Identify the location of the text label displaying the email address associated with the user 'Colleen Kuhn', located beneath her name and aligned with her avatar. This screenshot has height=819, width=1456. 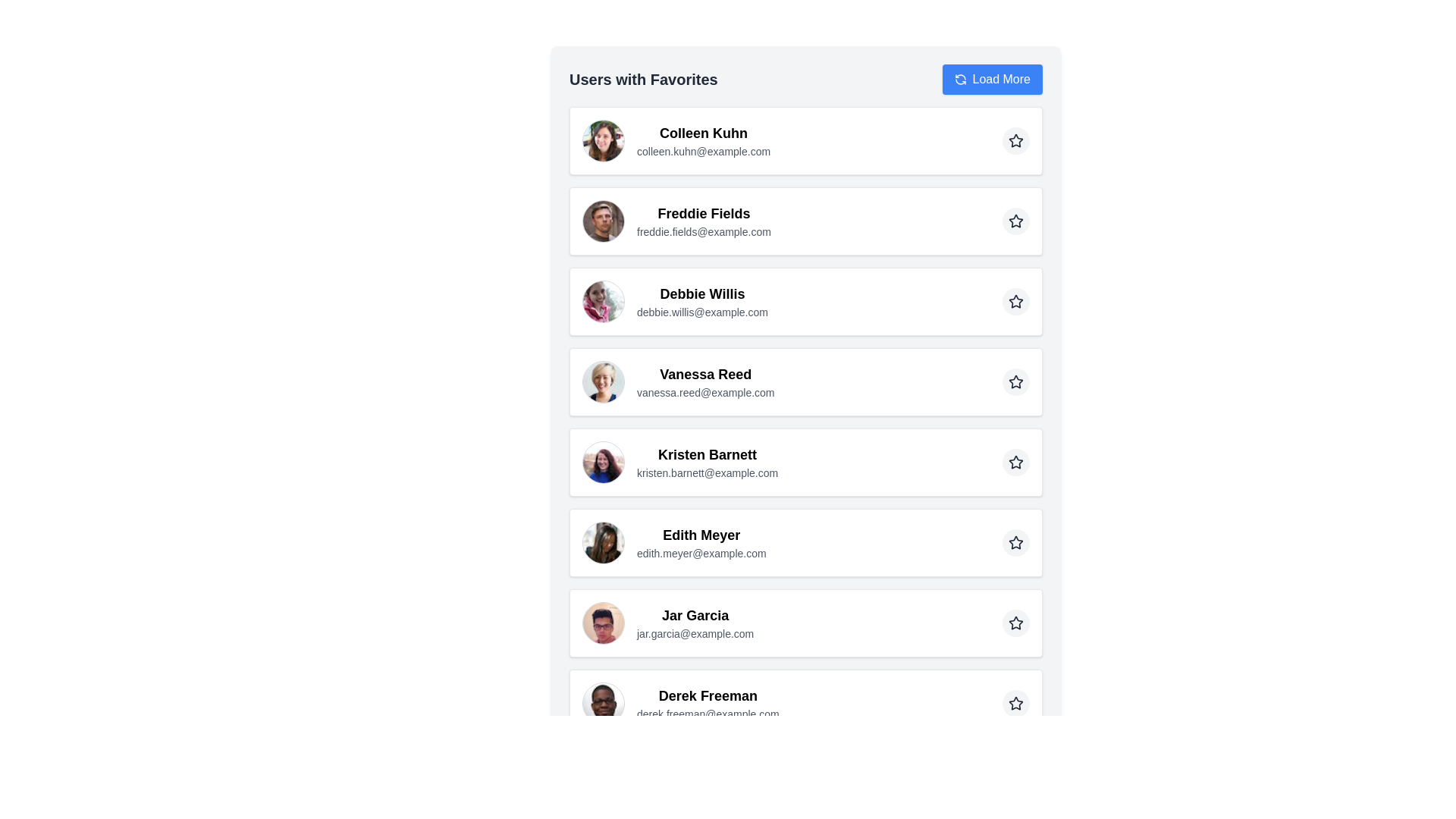
(703, 152).